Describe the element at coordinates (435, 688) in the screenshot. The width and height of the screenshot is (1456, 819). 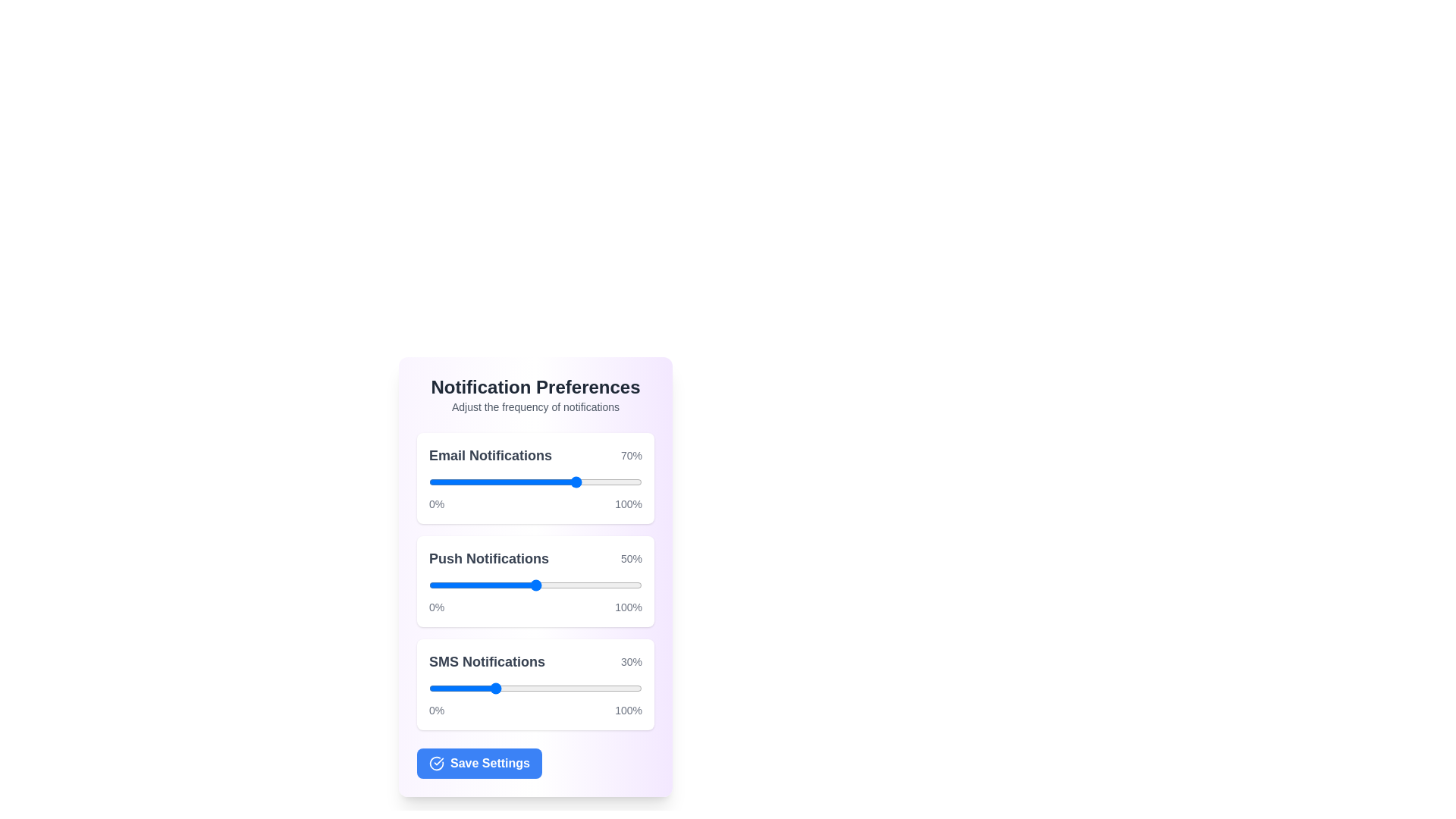
I see `the SMS Notifications slider` at that location.